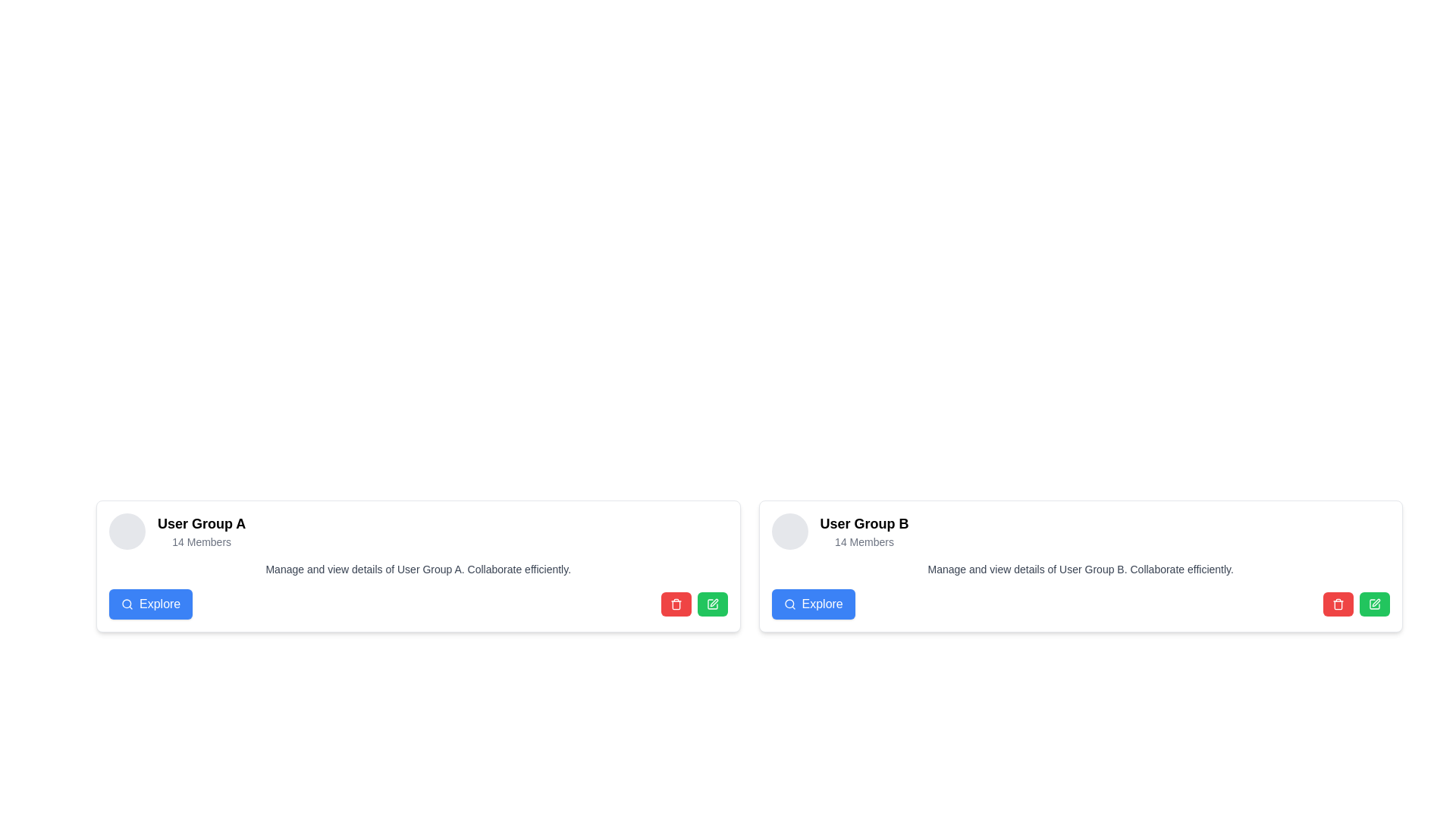 The image size is (1456, 819). What do you see at coordinates (1338, 604) in the screenshot?
I see `the trash can icon located in the second card labeled 'User Group B'` at bounding box center [1338, 604].